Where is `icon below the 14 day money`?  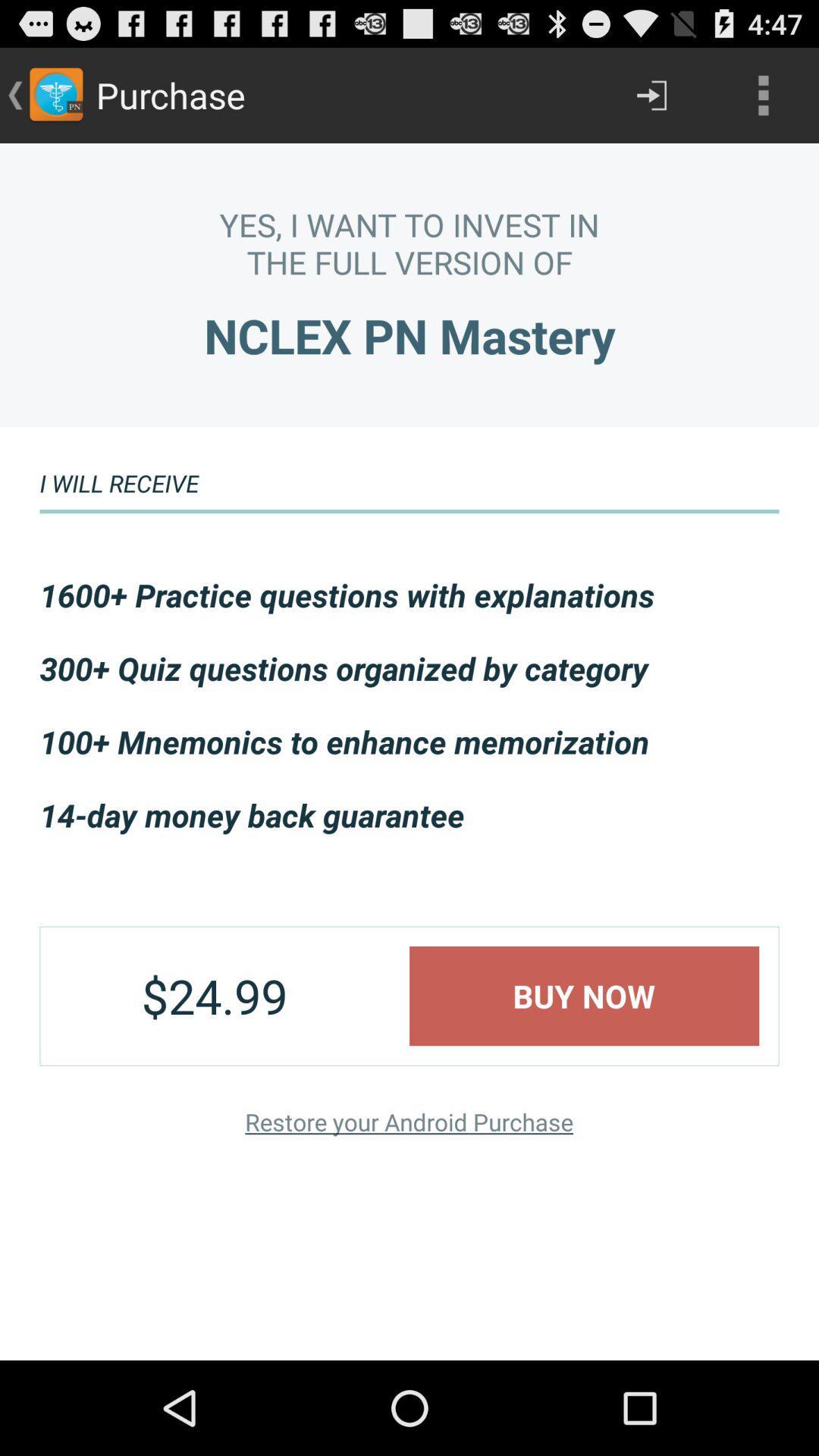
icon below the 14 day money is located at coordinates (583, 996).